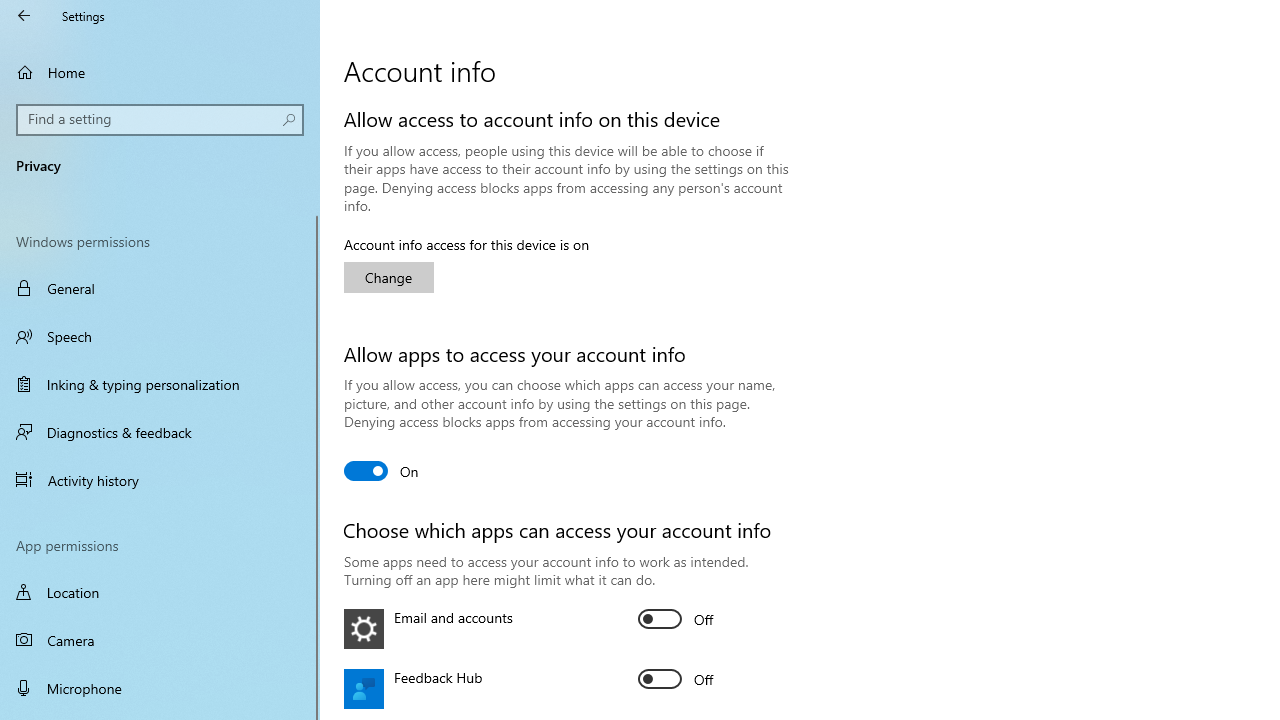  I want to click on 'Email and accounts', so click(675, 618).